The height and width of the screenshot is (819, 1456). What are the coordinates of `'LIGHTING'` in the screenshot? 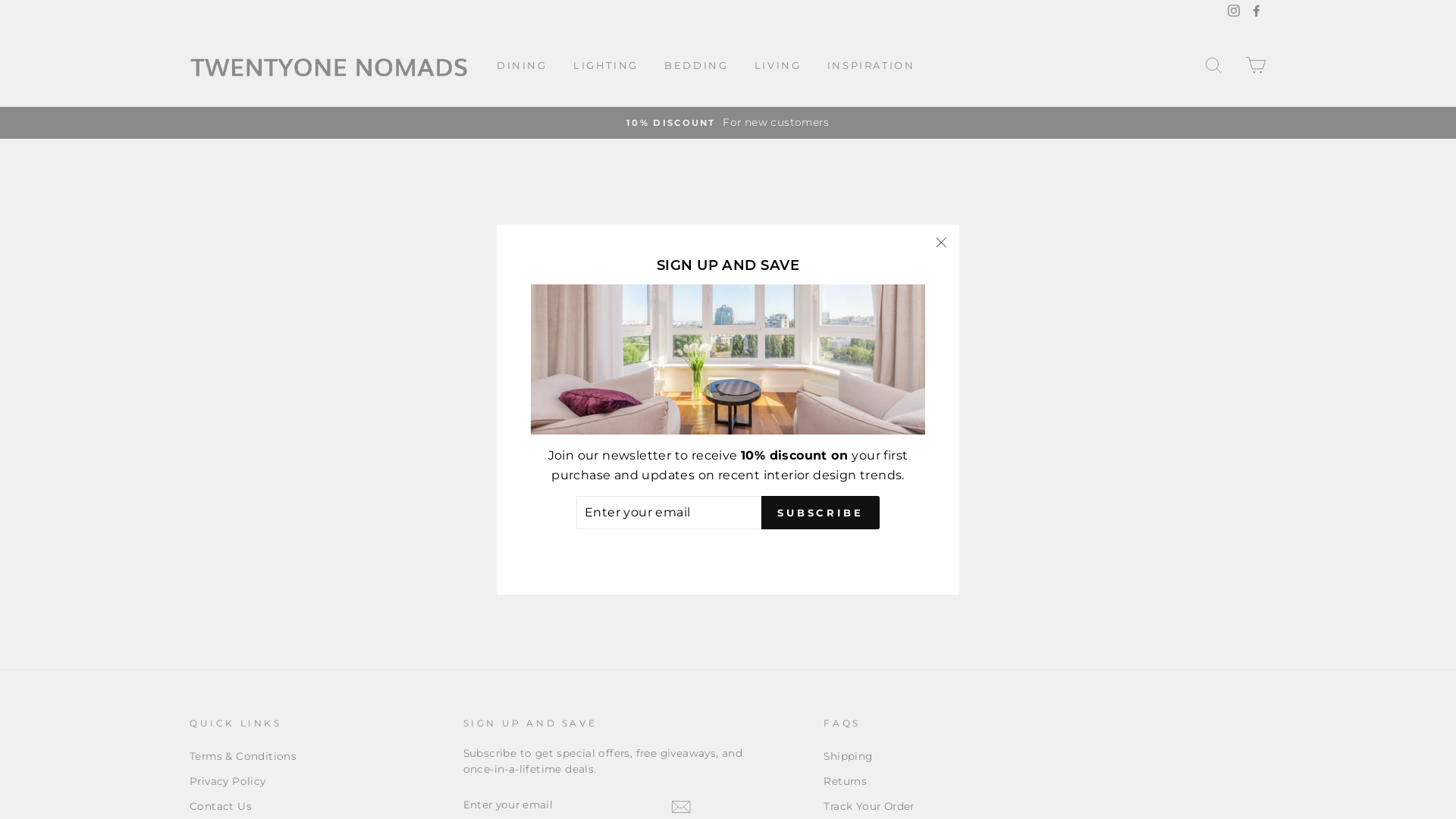 It's located at (604, 64).